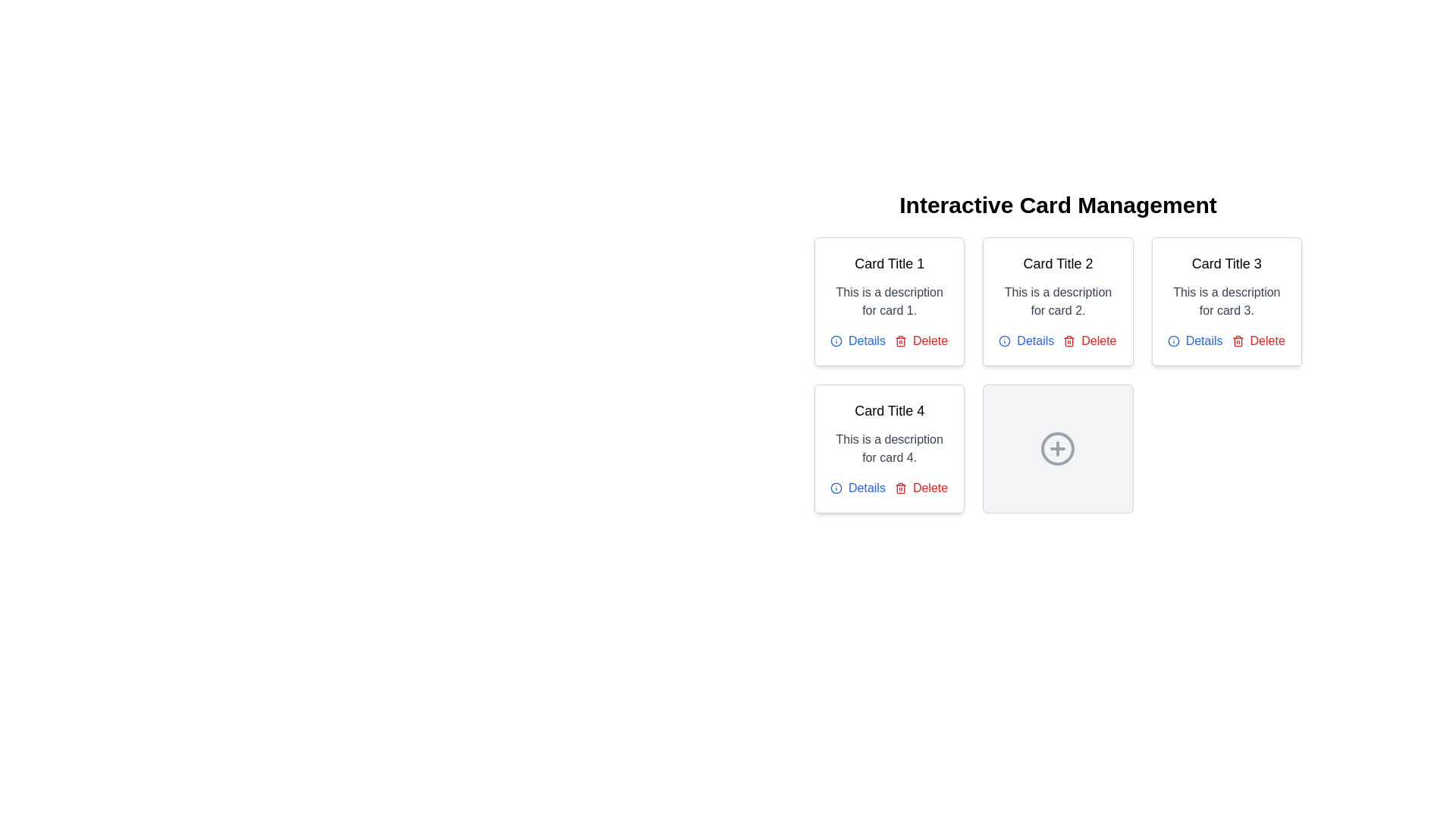 This screenshot has height=819, width=1456. I want to click on title text label of the card located in the second row, first column of the main grid, which is positioned directly above the description text 'This is a description for card 4.', so click(890, 411).